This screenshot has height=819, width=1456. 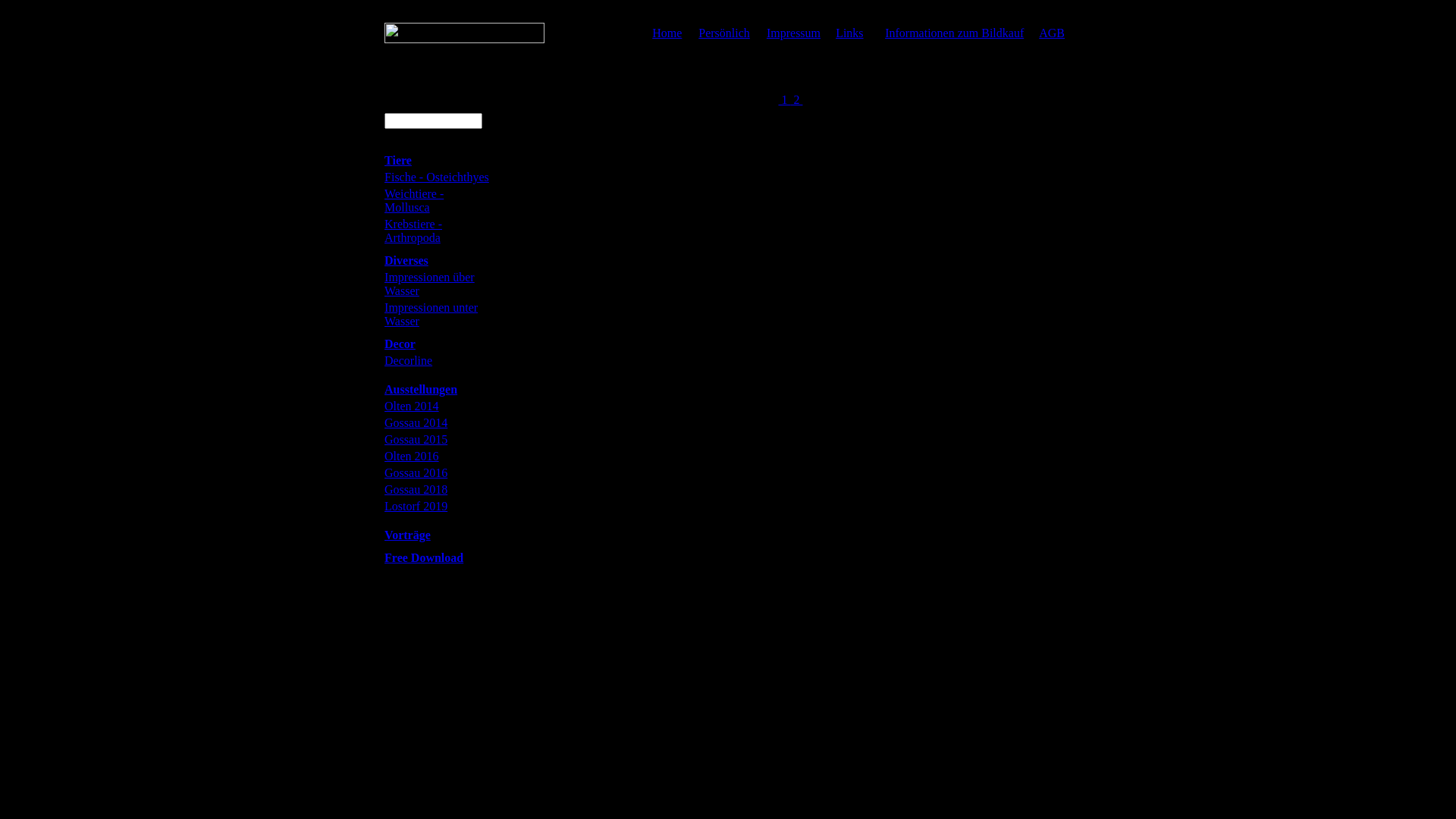 What do you see at coordinates (795, 99) in the screenshot?
I see `' 2 '` at bounding box center [795, 99].